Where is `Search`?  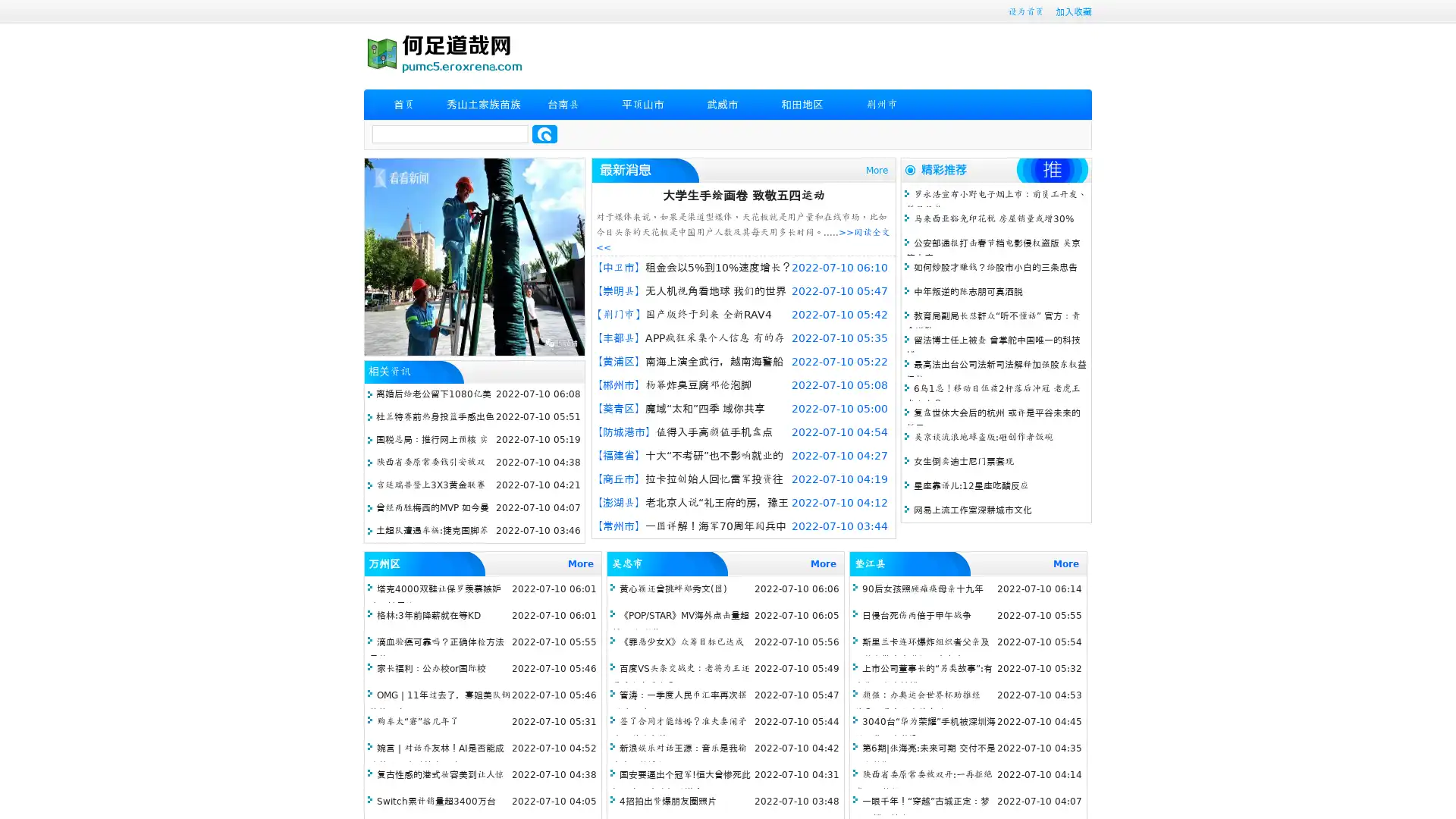 Search is located at coordinates (544, 133).